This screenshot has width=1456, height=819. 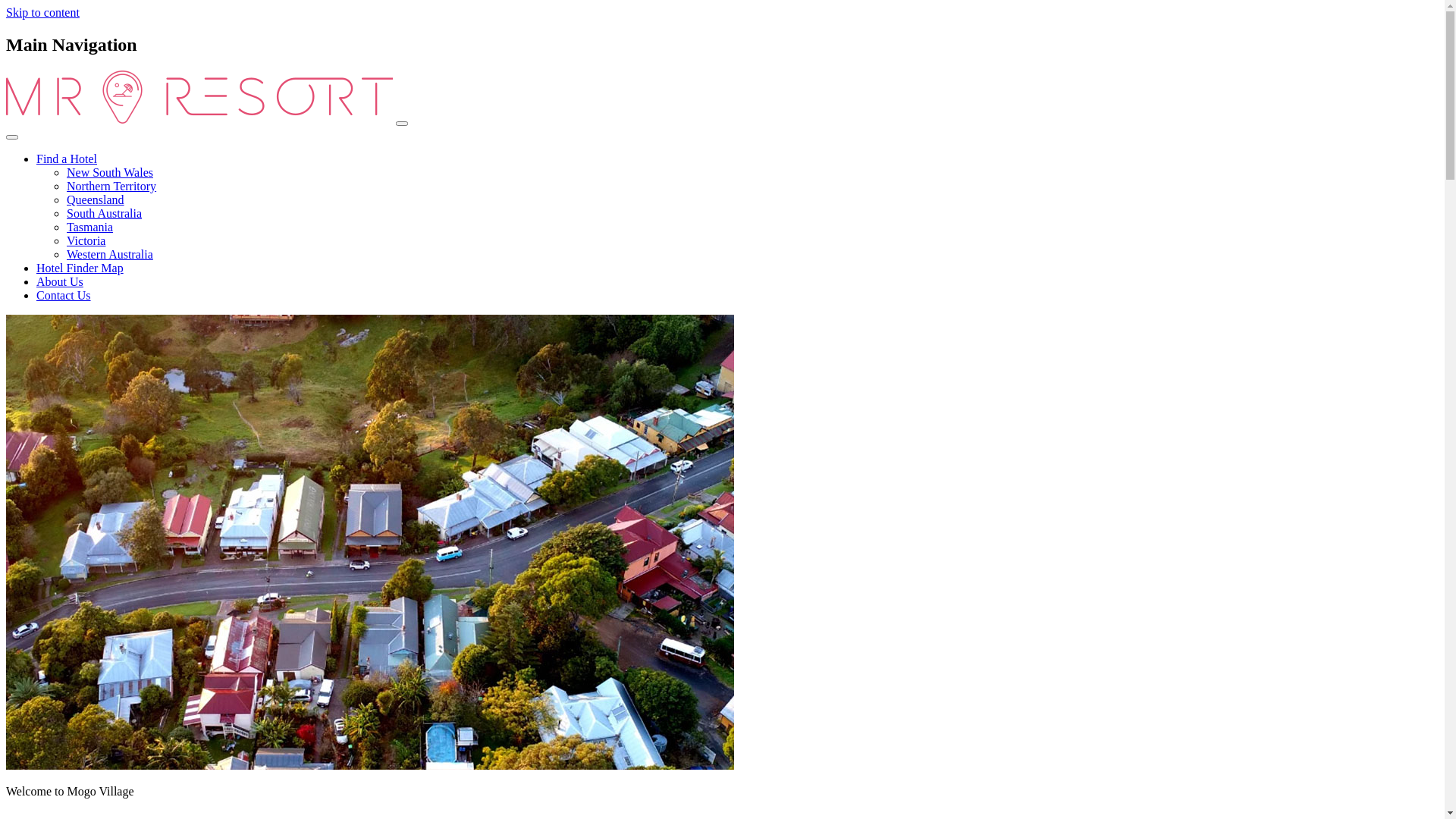 What do you see at coordinates (59, 281) in the screenshot?
I see `'About Us'` at bounding box center [59, 281].